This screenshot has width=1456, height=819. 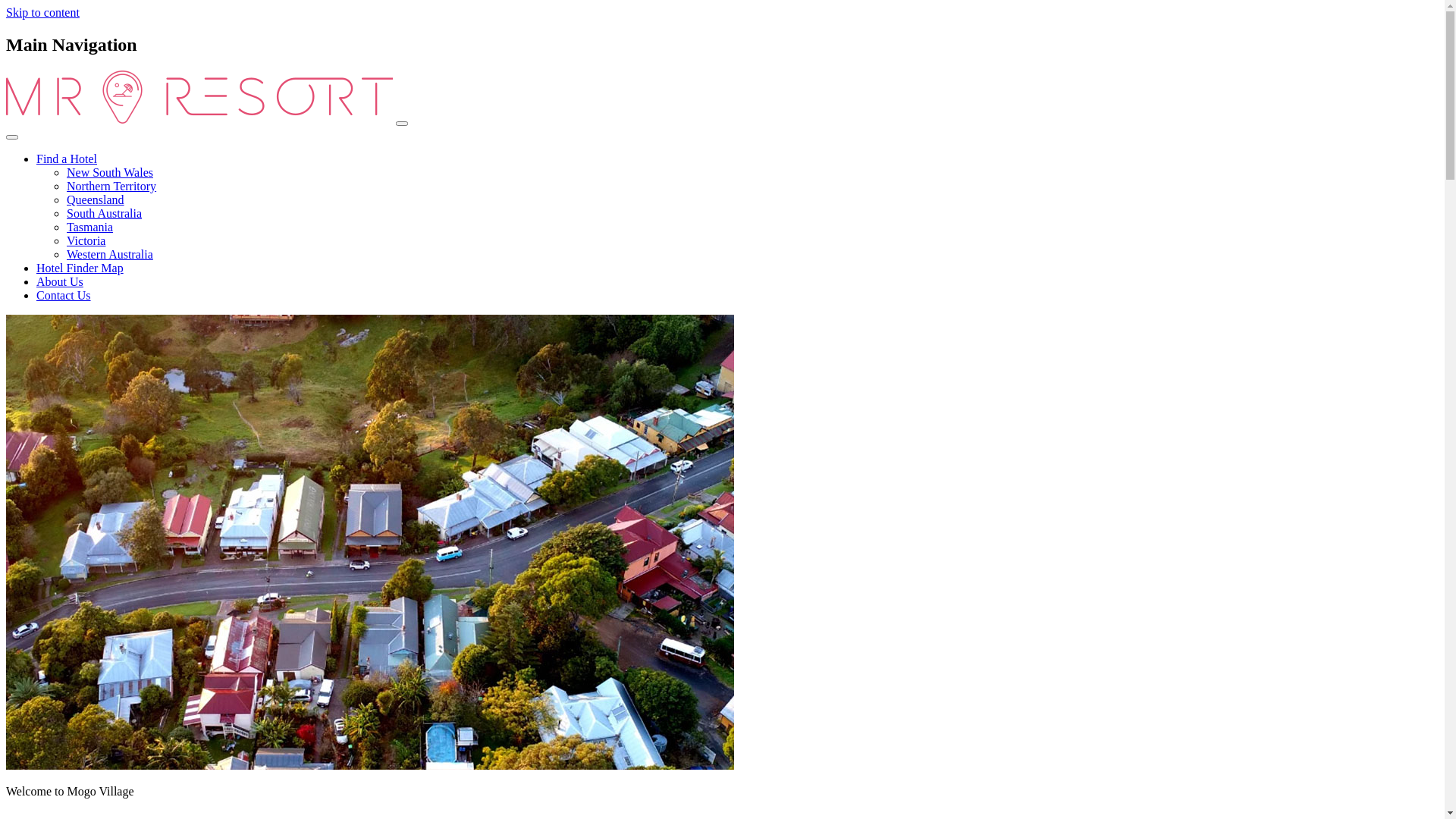 What do you see at coordinates (59, 281) in the screenshot?
I see `'About Us'` at bounding box center [59, 281].